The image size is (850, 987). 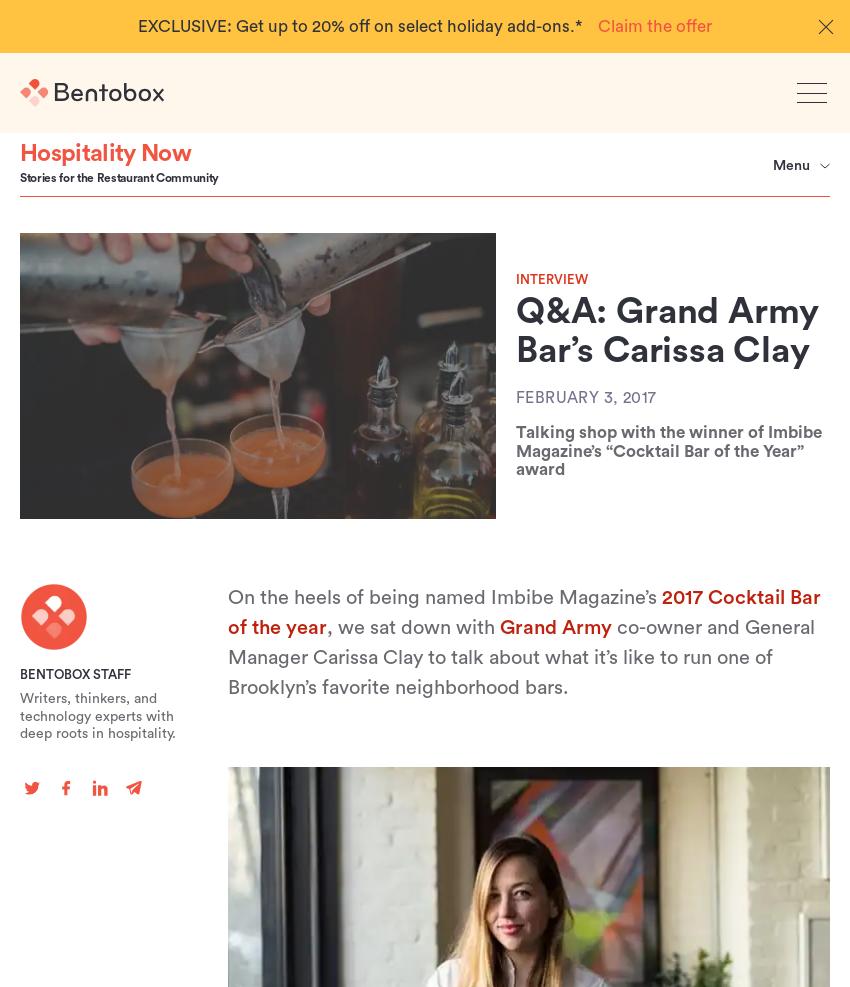 What do you see at coordinates (18, 152) in the screenshot?
I see `'Hospitality Now'` at bounding box center [18, 152].